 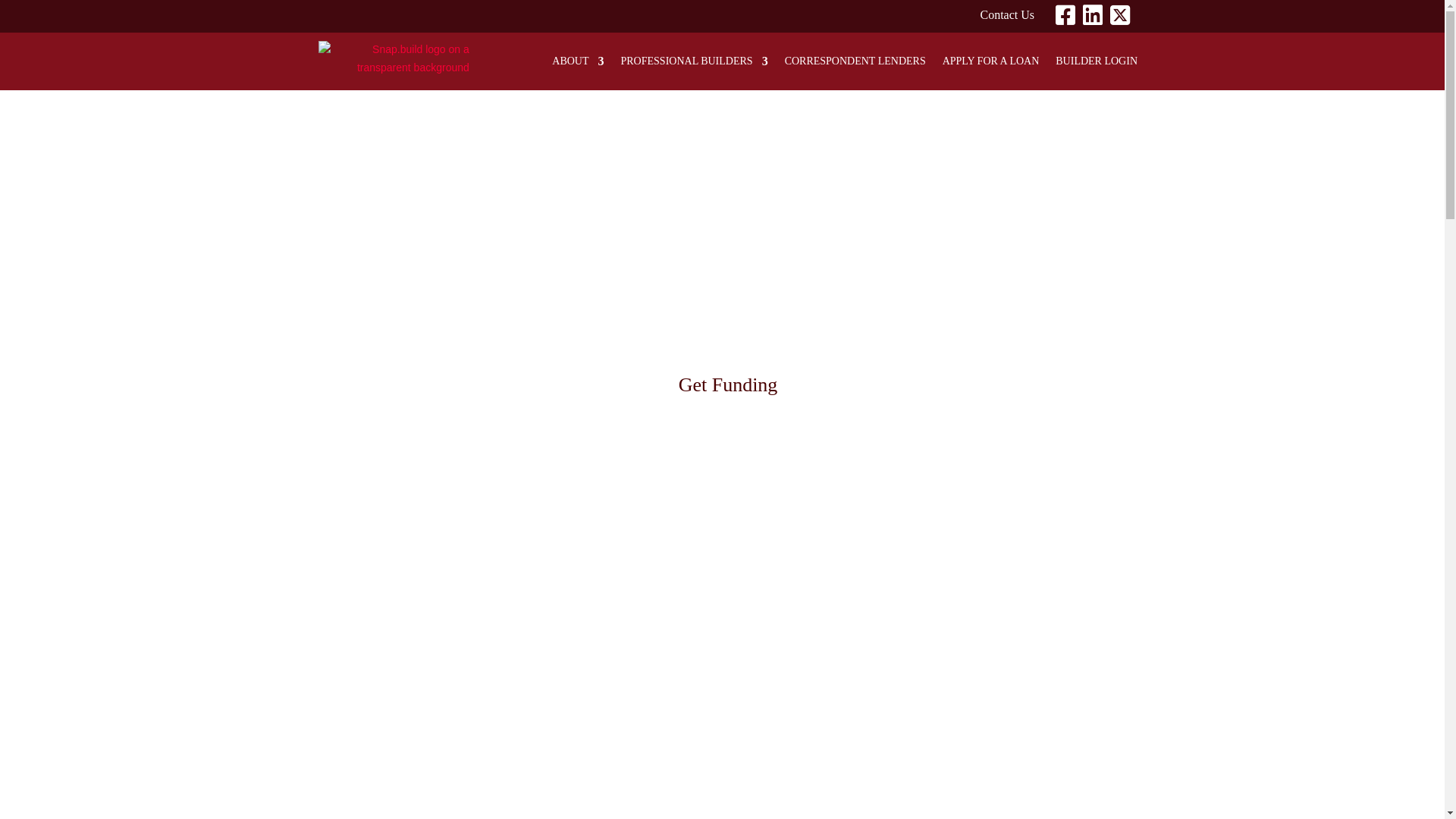 I want to click on 'Twitter', so click(x=1124, y=20).